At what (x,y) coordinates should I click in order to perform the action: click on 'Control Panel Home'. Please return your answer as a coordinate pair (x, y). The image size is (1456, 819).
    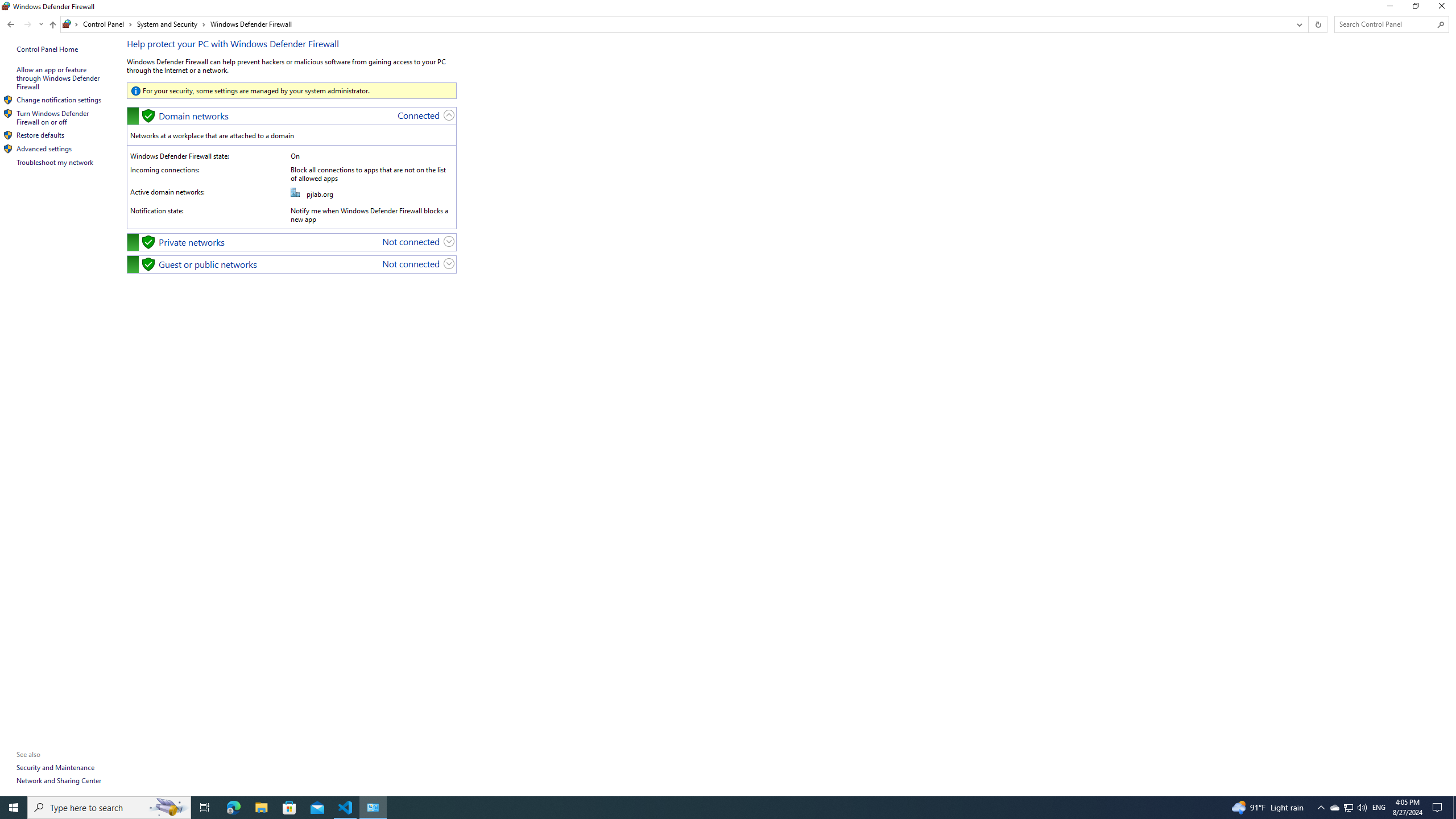
    Looking at the image, I should click on (47, 48).